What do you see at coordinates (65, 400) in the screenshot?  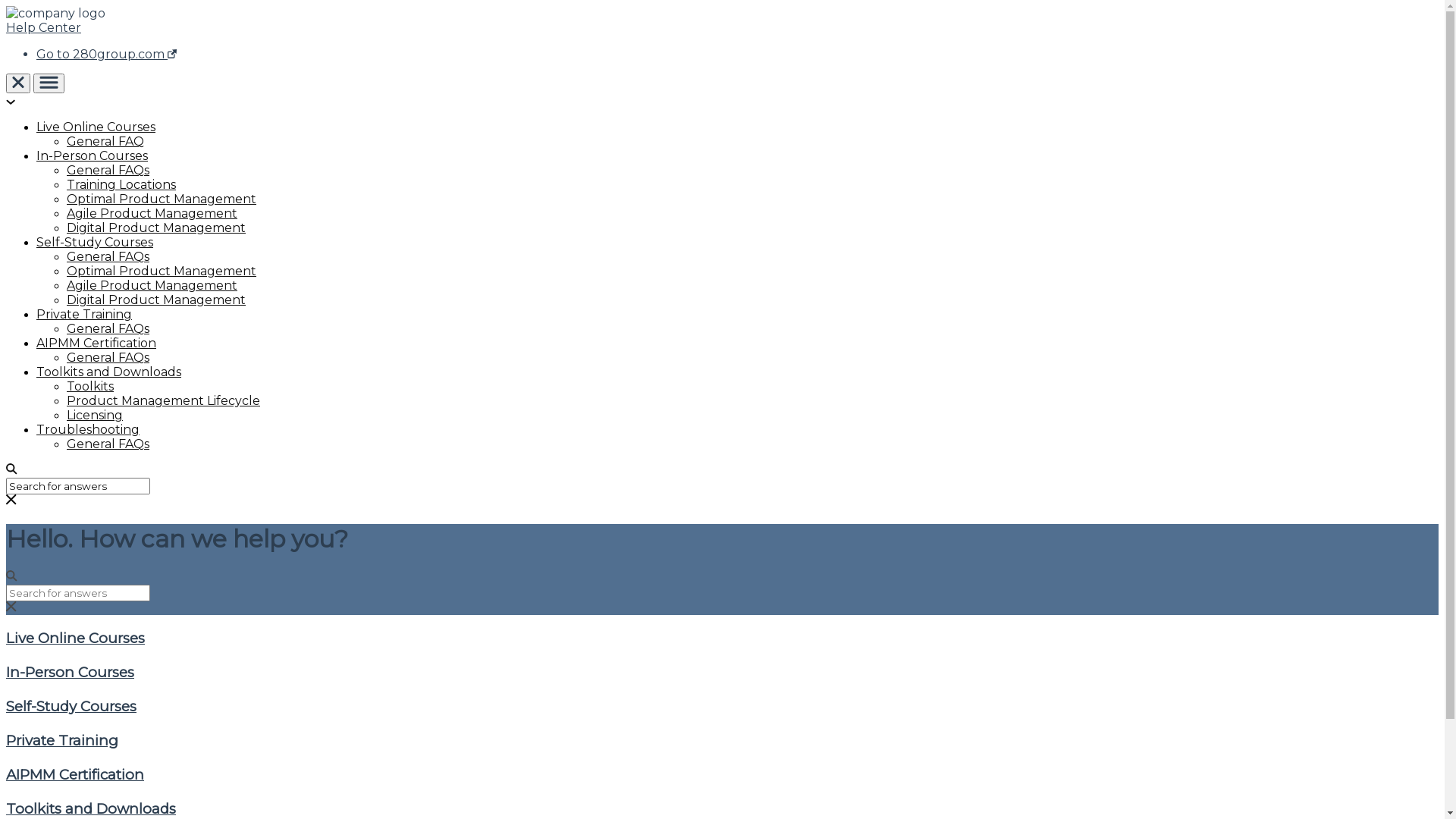 I see `'Product Management Lifecycle'` at bounding box center [65, 400].